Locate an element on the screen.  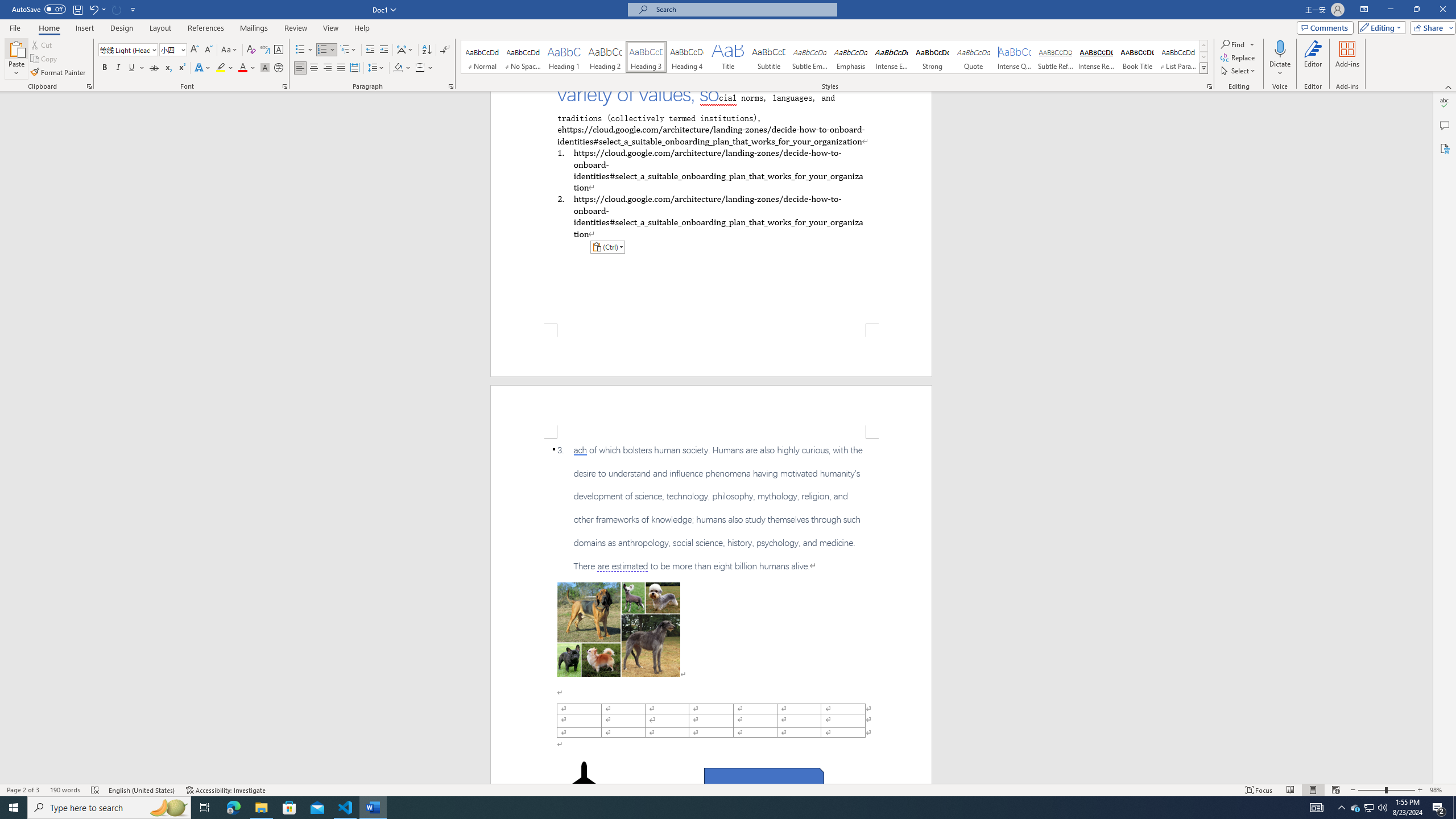
'Bold' is located at coordinates (104, 67).